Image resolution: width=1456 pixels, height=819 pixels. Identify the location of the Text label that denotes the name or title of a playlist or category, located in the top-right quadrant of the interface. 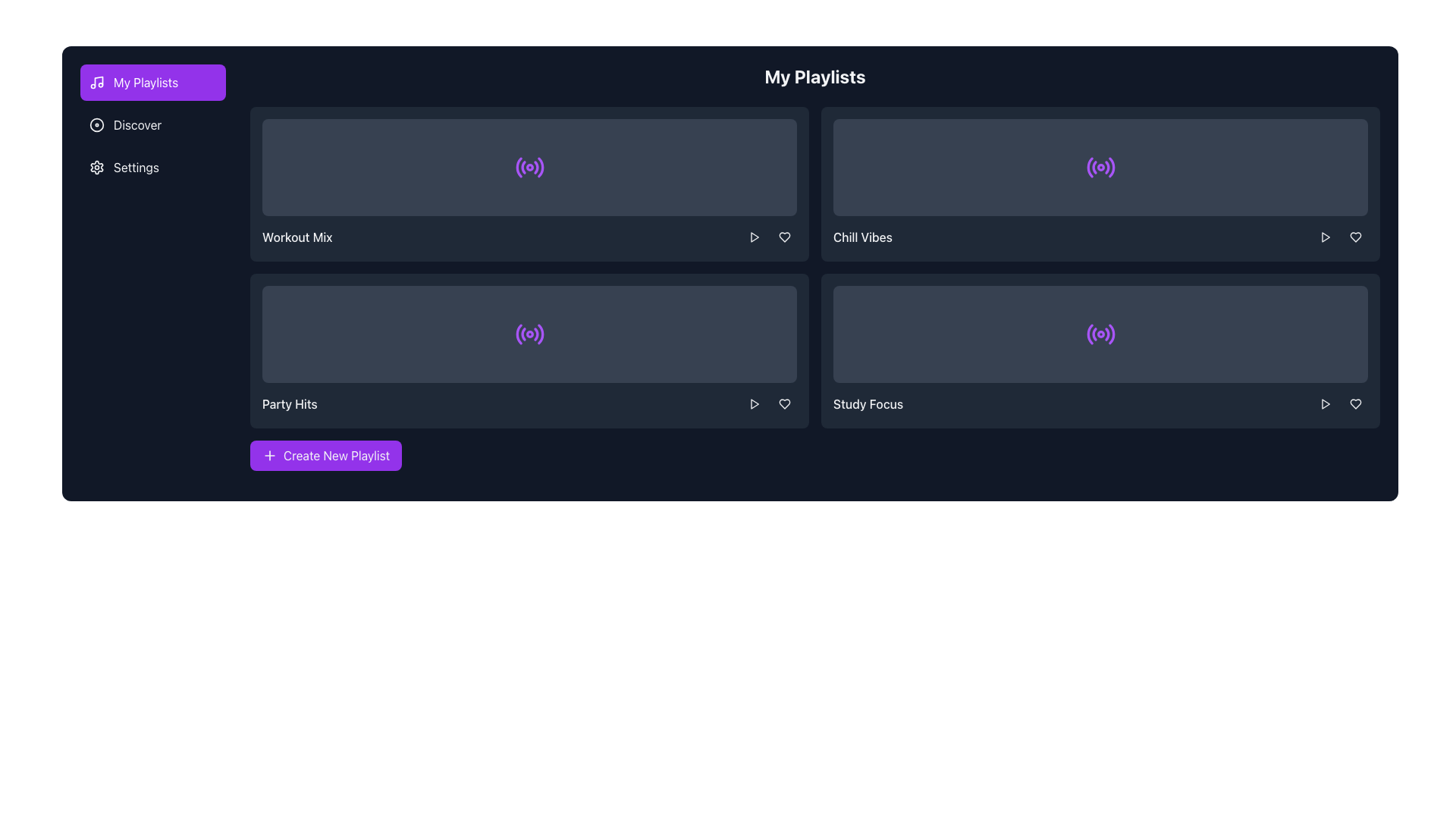
(862, 237).